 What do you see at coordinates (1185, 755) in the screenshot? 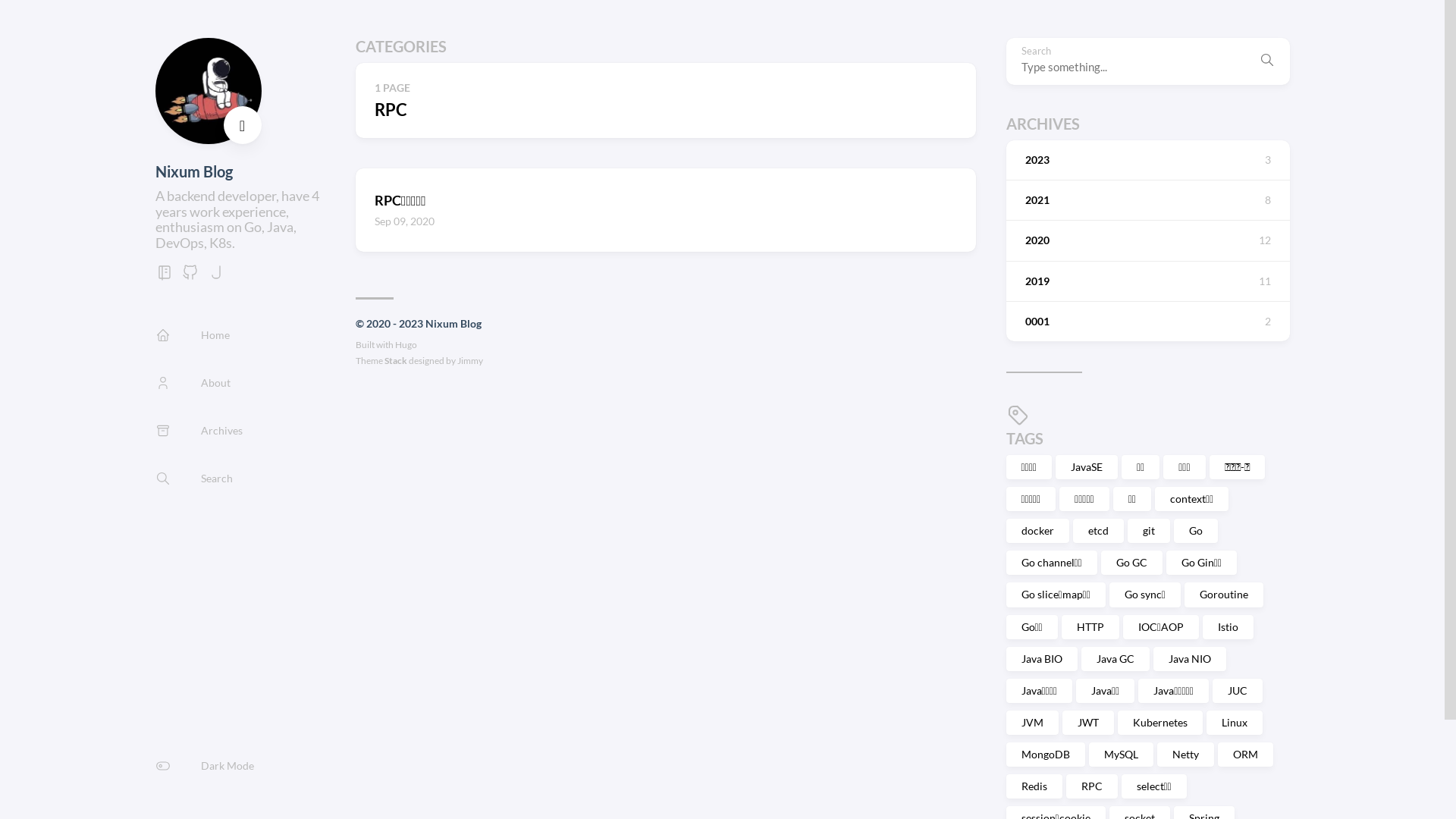
I see `'Netty'` at bounding box center [1185, 755].